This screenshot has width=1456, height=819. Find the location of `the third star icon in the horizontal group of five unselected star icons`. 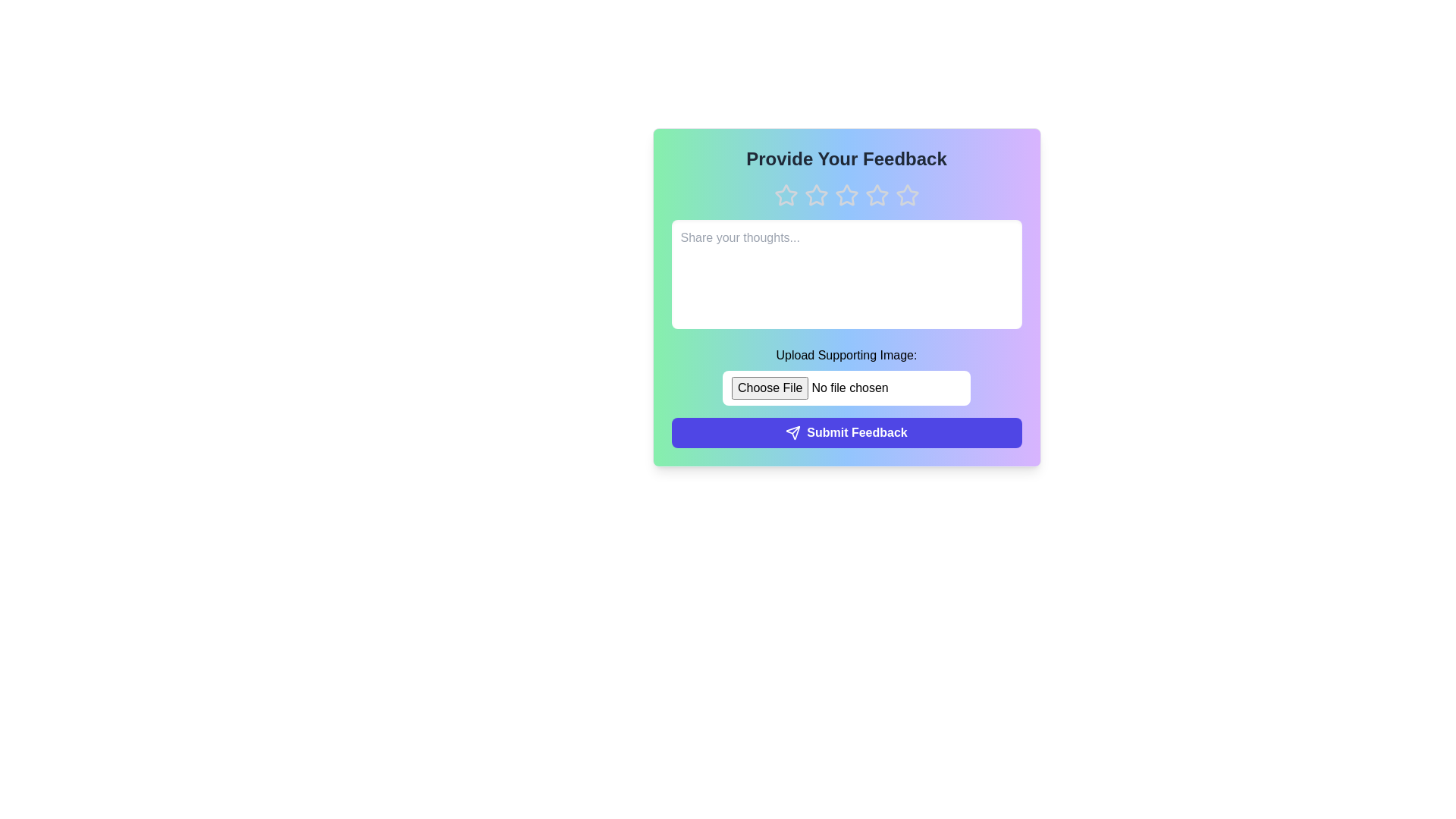

the third star icon in the horizontal group of five unselected star icons is located at coordinates (846, 195).